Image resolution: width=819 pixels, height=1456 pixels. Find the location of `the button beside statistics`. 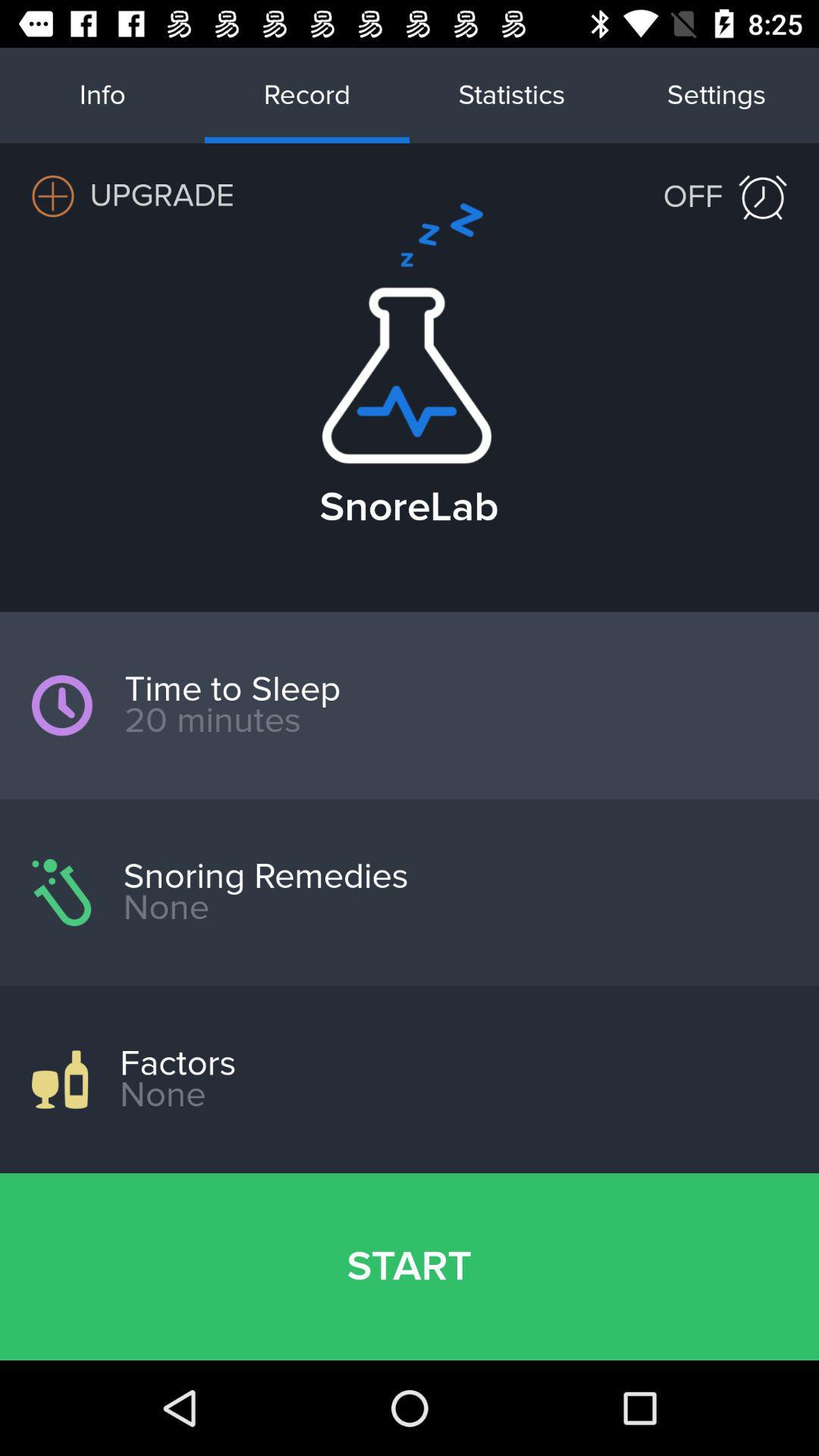

the button beside statistics is located at coordinates (717, 94).